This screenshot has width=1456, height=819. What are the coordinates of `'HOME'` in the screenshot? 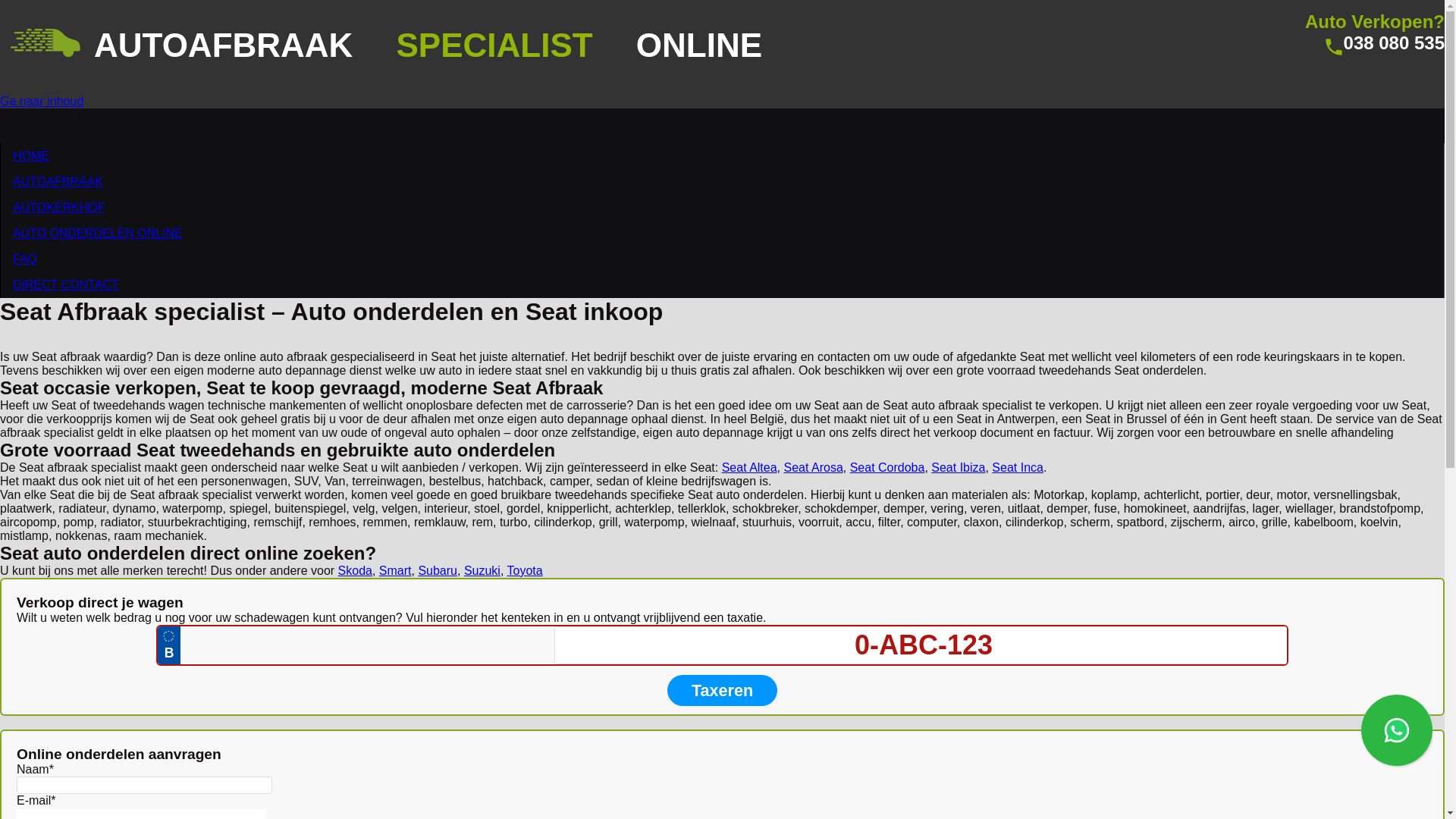 It's located at (31, 155).